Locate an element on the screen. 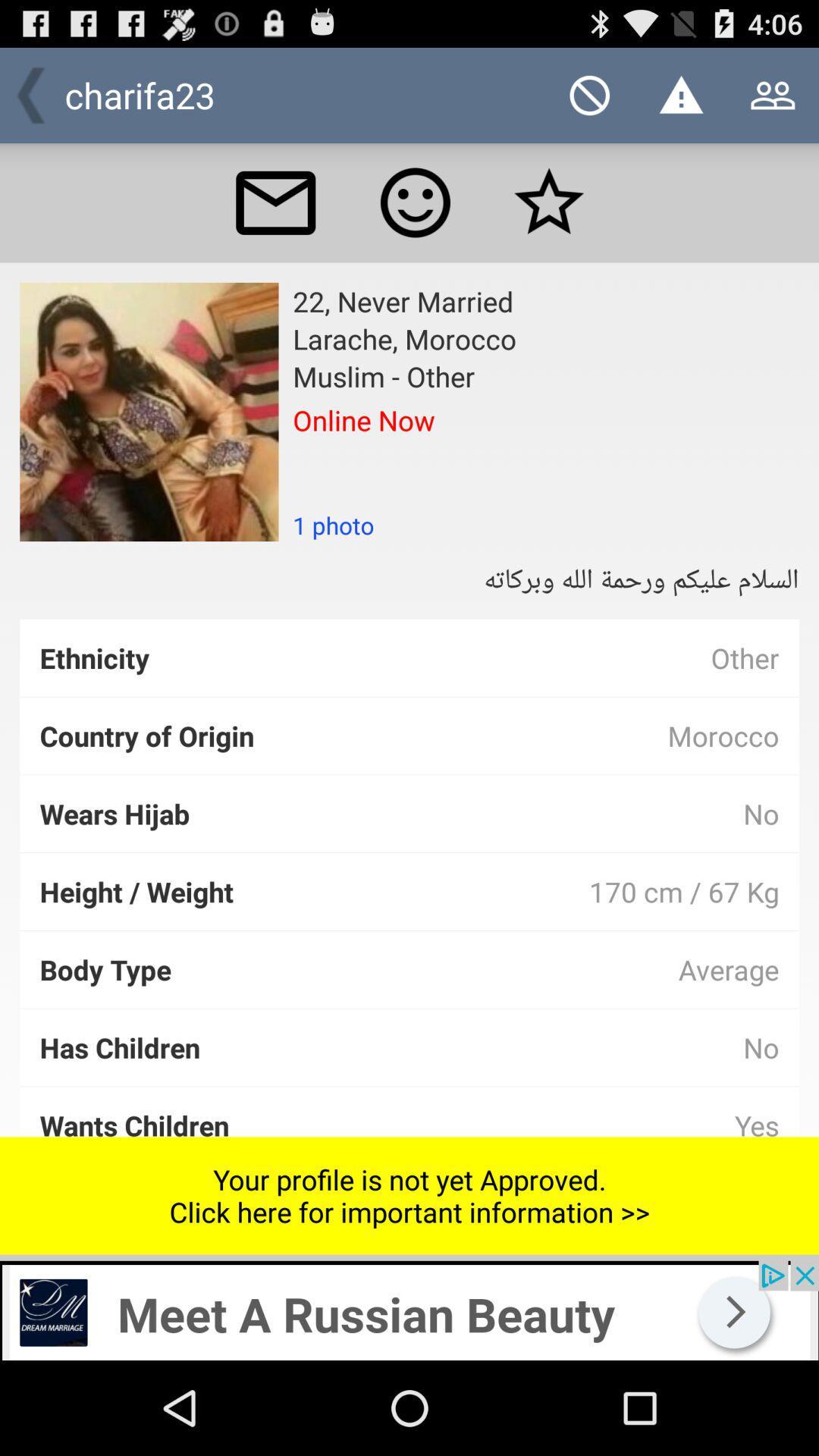 The height and width of the screenshot is (1456, 819). the star icon is located at coordinates (549, 216).